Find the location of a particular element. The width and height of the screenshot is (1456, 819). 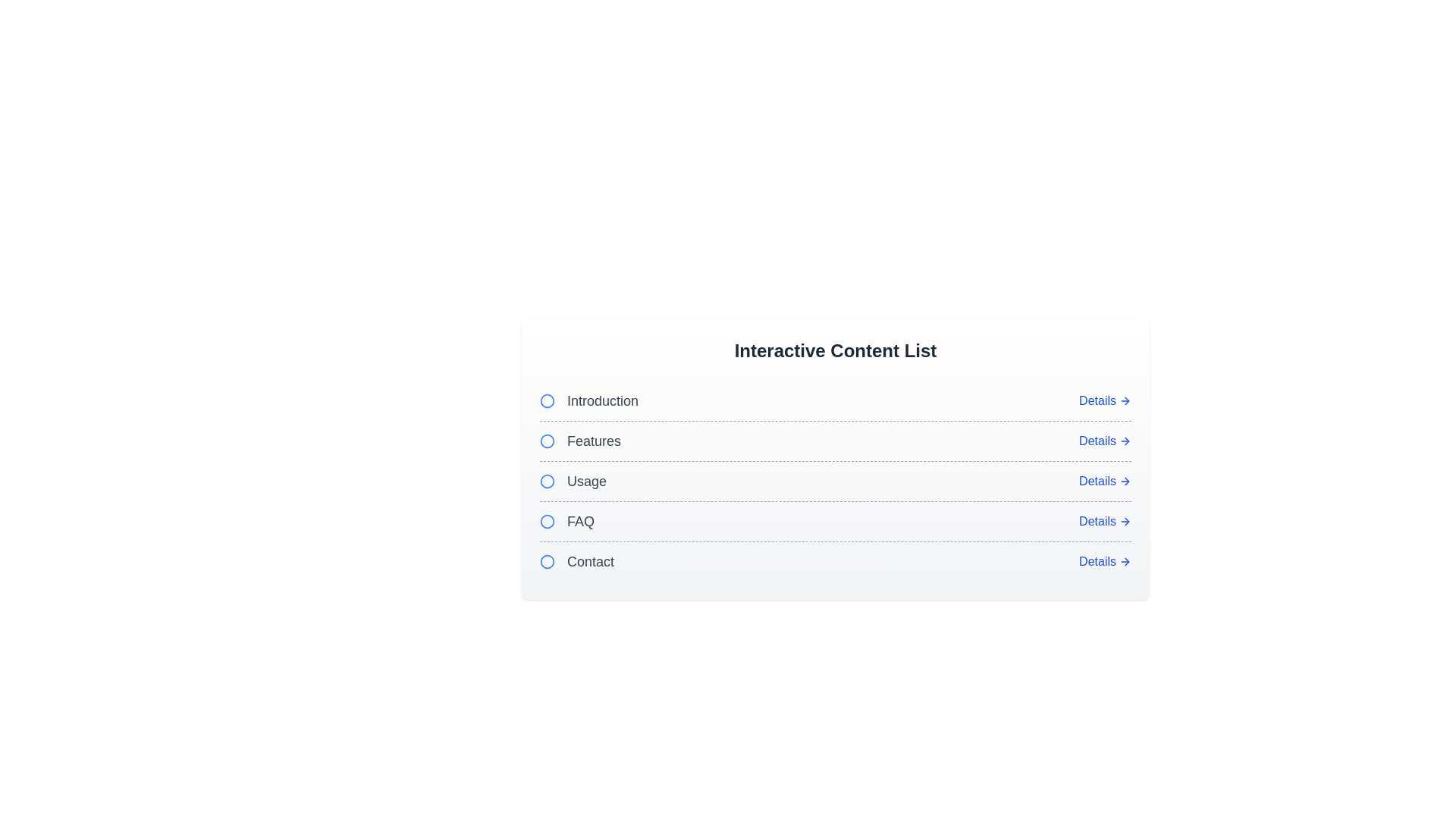

the first circular graphical icon is located at coordinates (546, 400).